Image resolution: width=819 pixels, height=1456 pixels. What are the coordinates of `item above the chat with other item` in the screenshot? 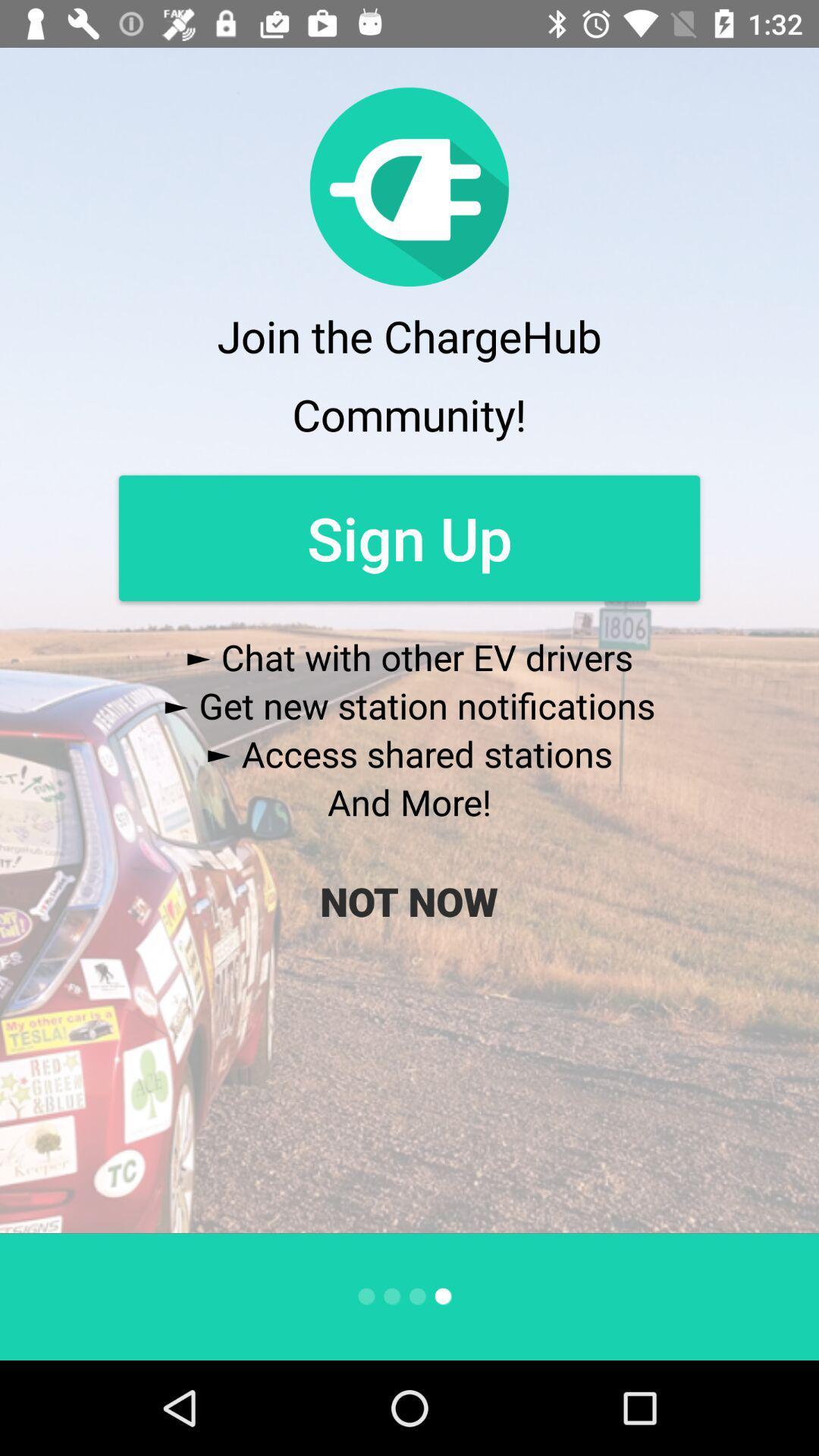 It's located at (409, 538).